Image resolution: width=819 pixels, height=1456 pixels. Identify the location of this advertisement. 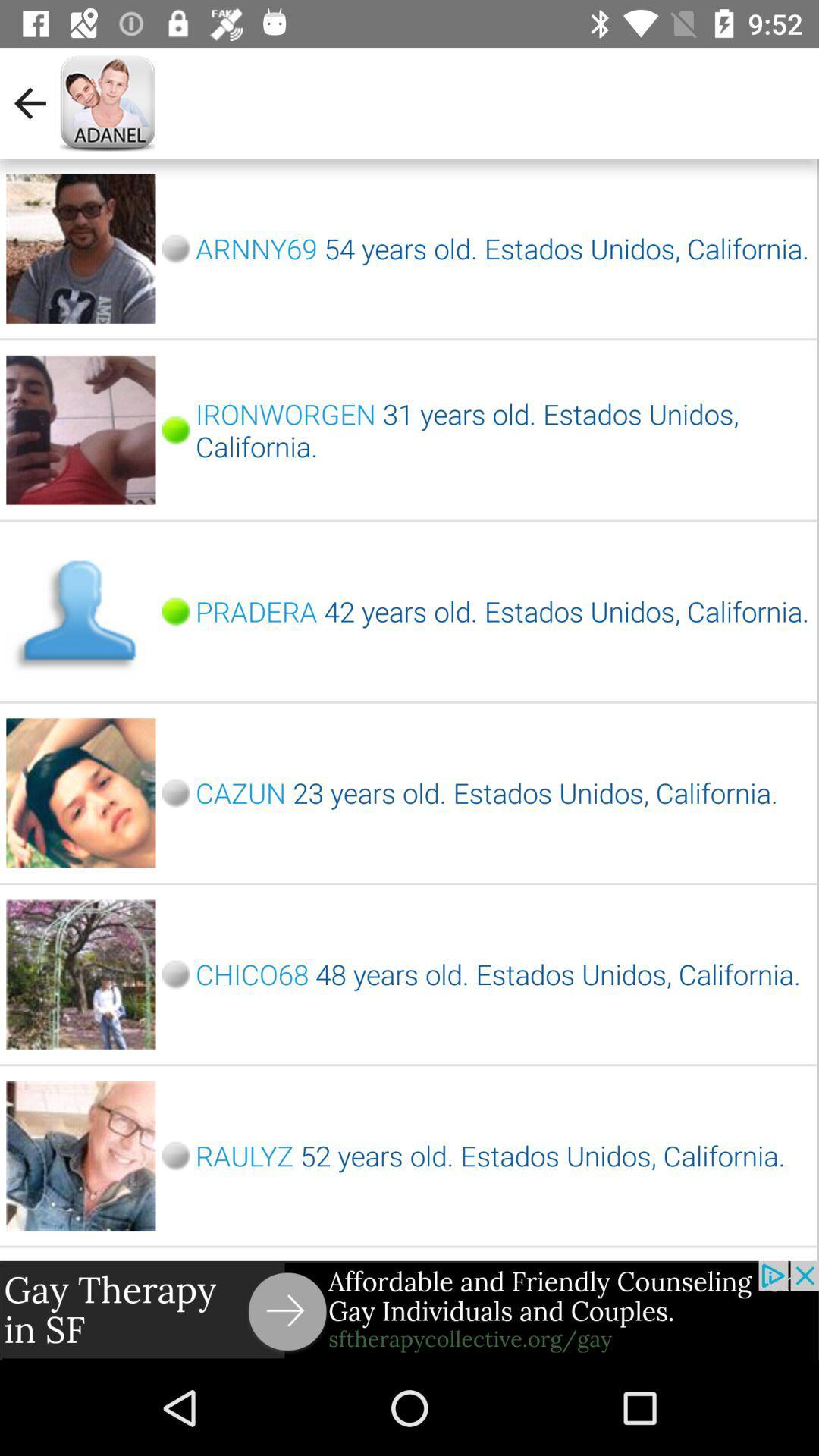
(409, 1310).